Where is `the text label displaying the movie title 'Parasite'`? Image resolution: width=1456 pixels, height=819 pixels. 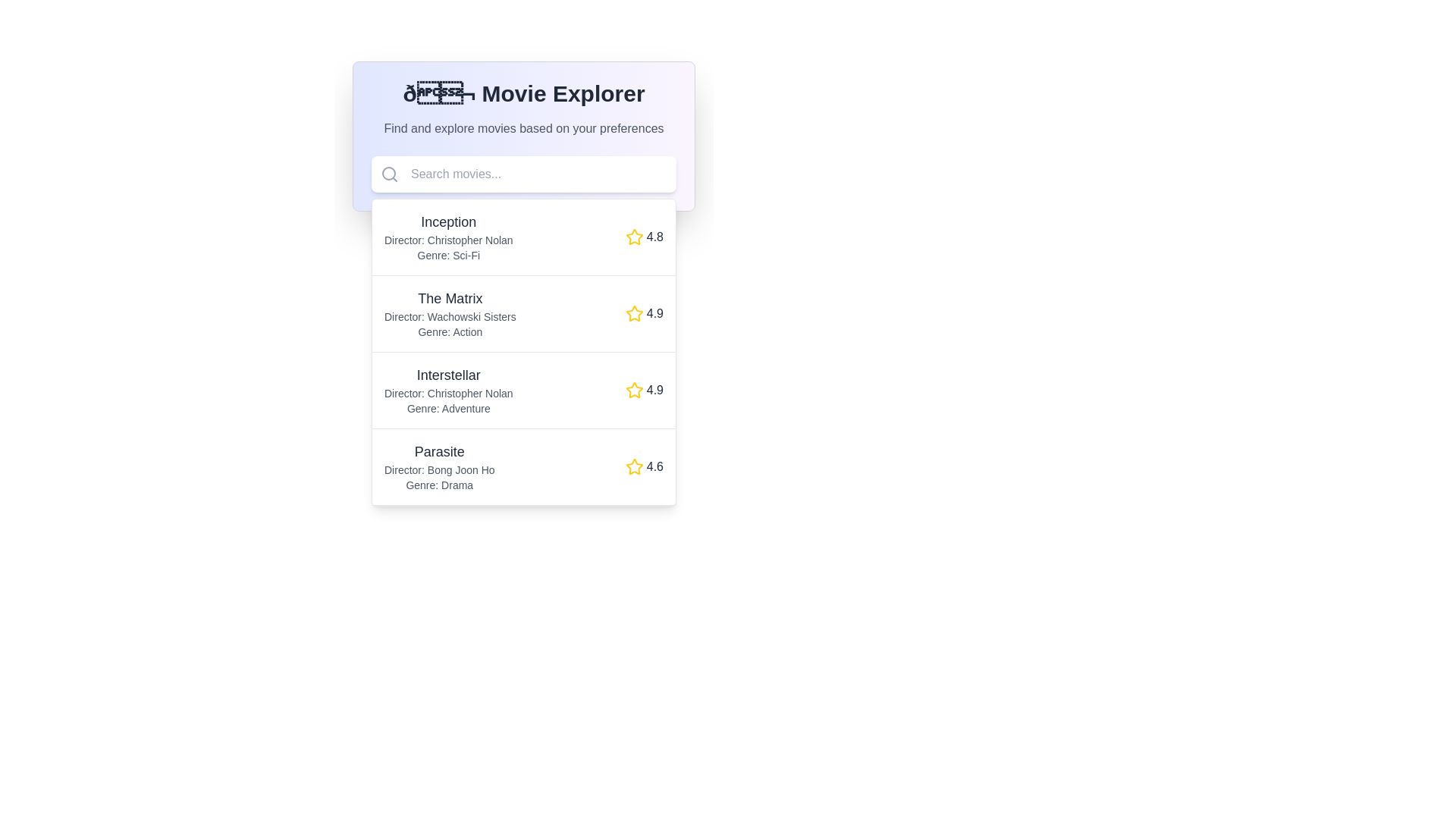
the text label displaying the movie title 'Parasite' is located at coordinates (438, 451).